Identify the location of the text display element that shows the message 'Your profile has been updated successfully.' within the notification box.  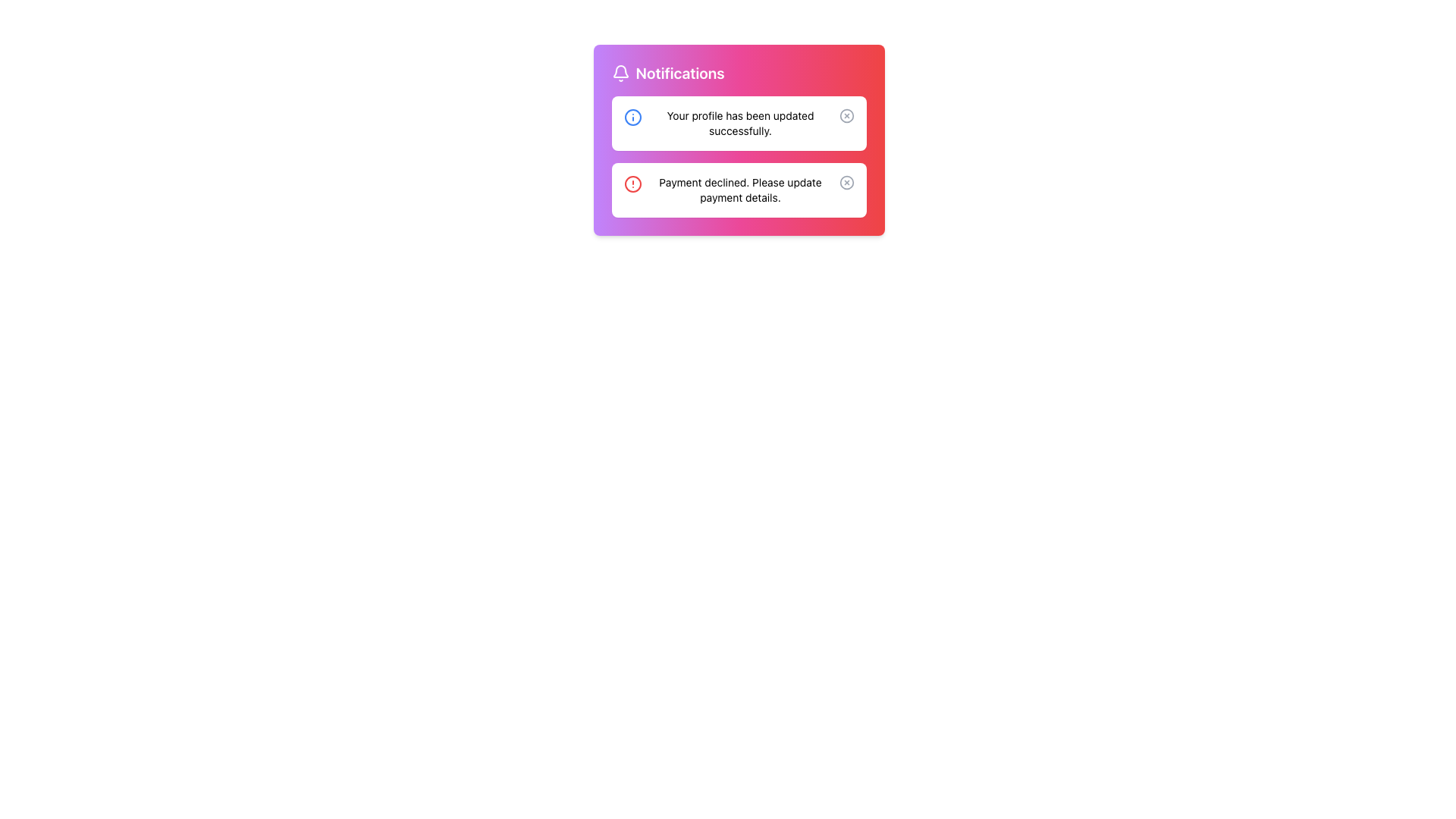
(740, 122).